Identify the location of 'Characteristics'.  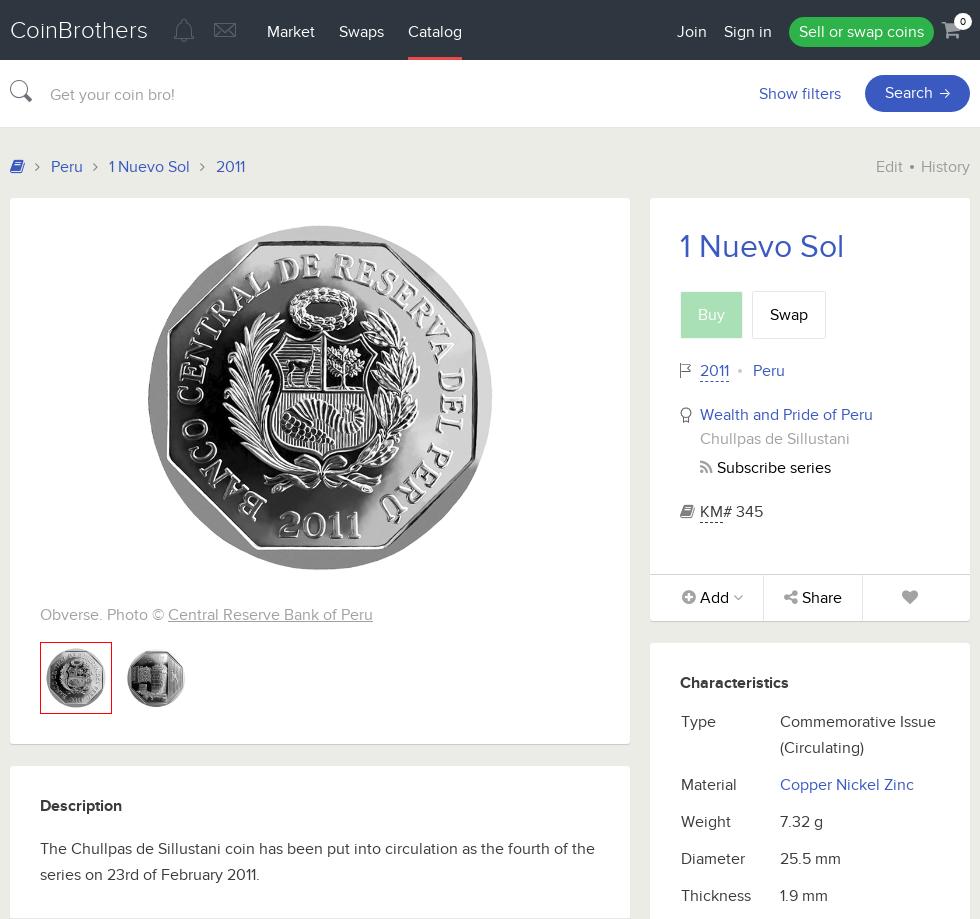
(734, 682).